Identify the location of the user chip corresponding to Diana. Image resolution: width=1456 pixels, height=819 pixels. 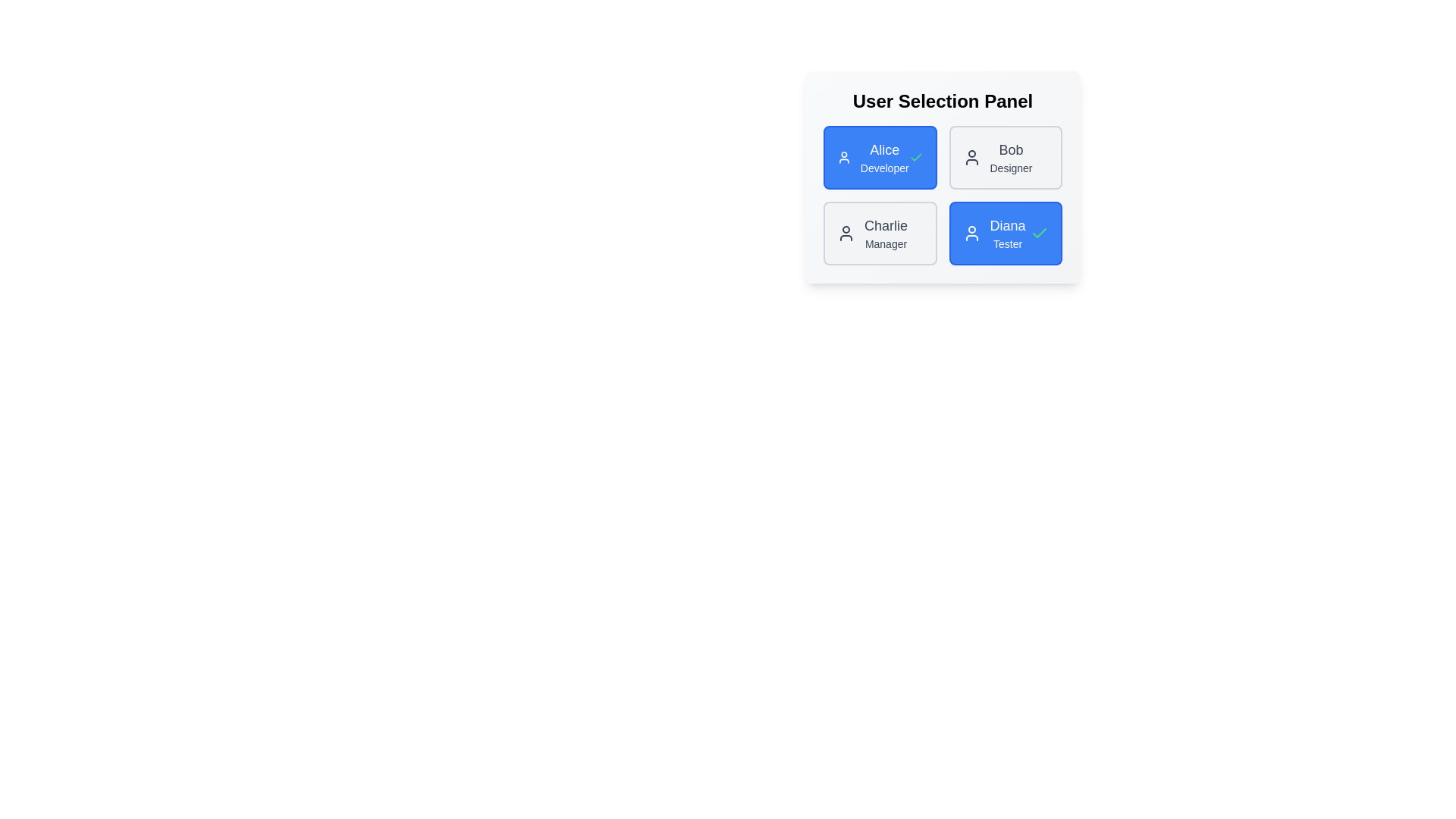
(1006, 234).